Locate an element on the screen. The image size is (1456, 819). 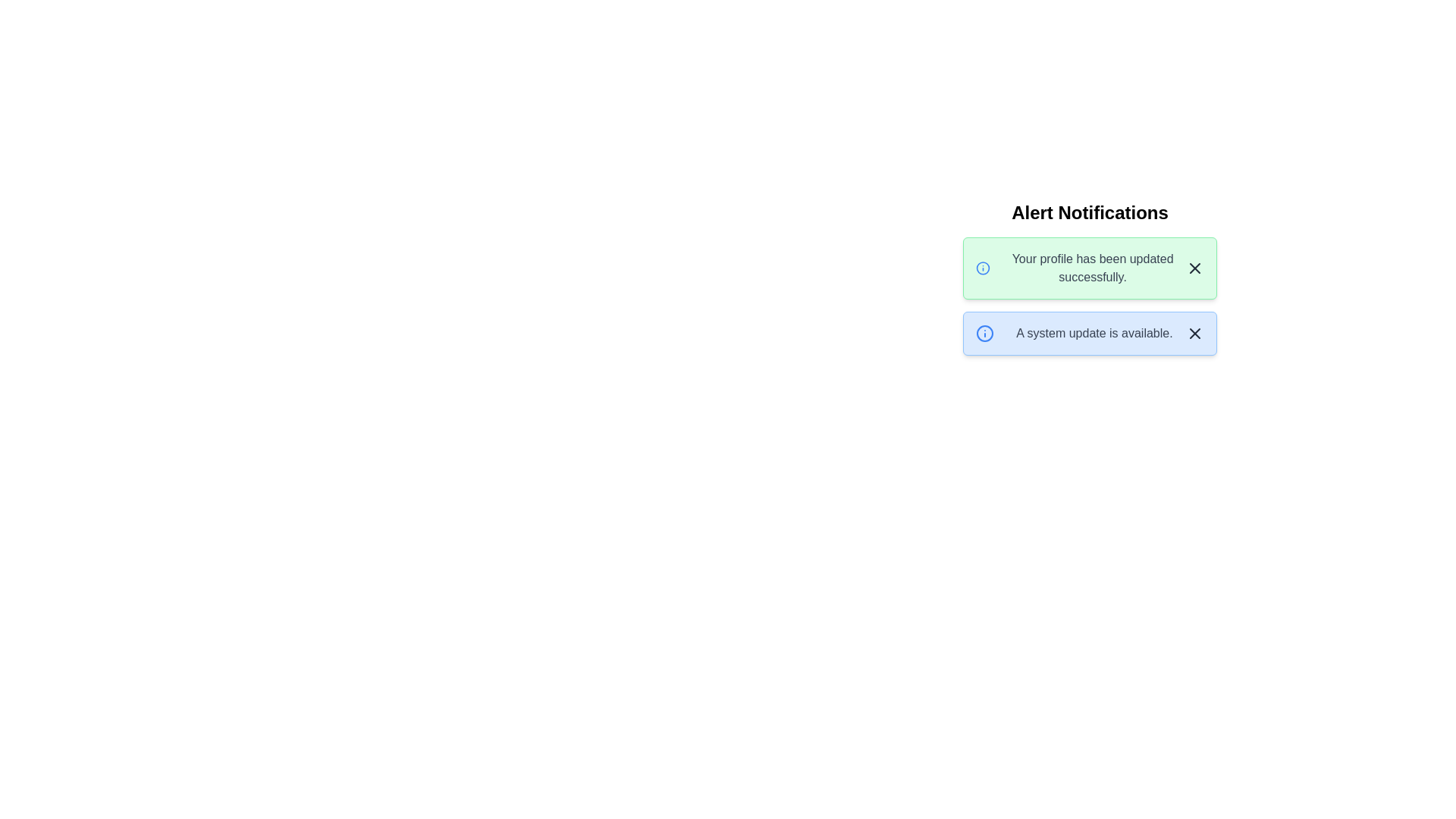
the notification alert with the message 'Your profile has been updated successfully.' is located at coordinates (1089, 268).